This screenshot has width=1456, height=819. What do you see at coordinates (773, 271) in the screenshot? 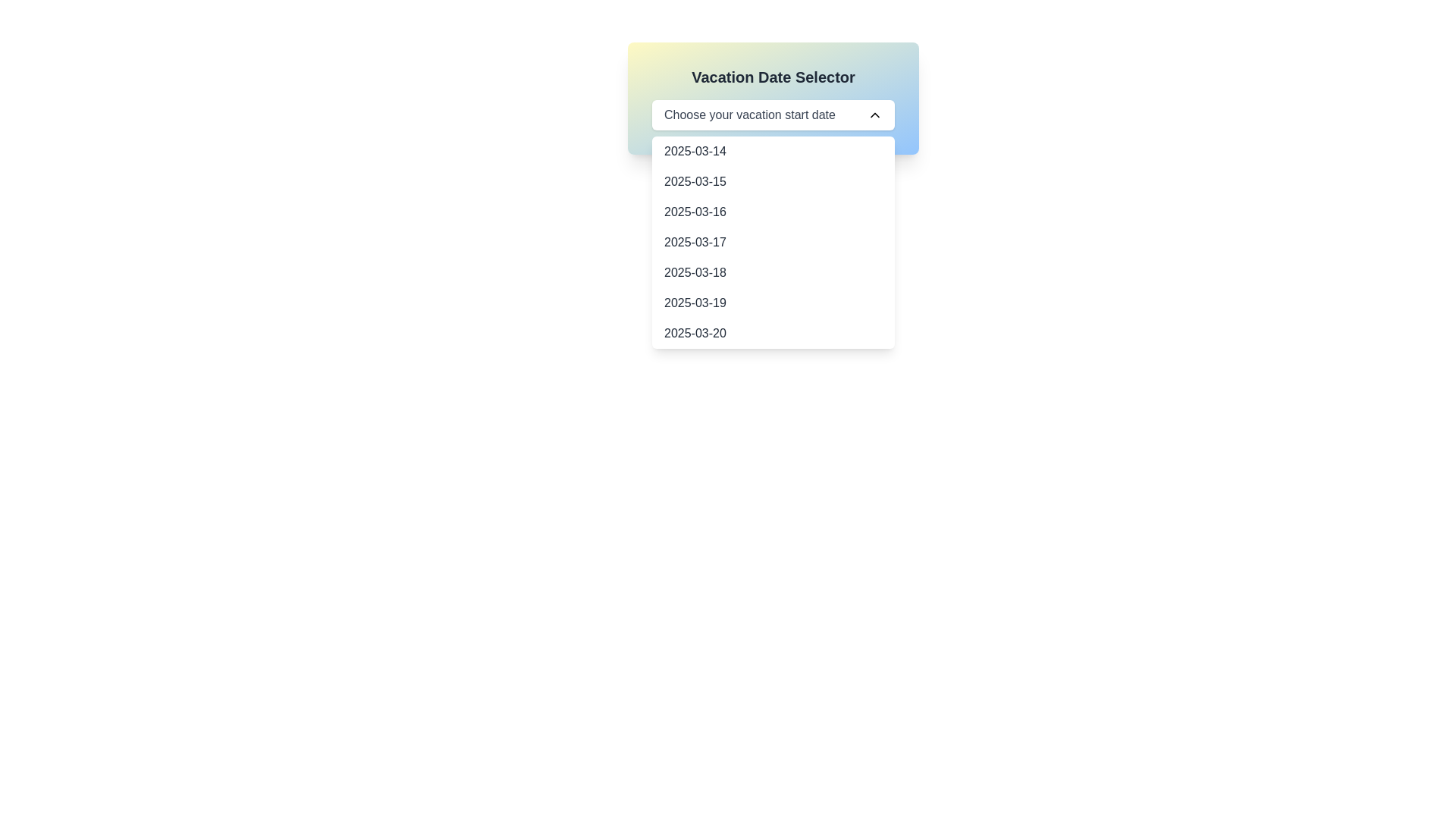
I see `the 5th selectable date in the dropdown menu for picking a vacation start date` at bounding box center [773, 271].